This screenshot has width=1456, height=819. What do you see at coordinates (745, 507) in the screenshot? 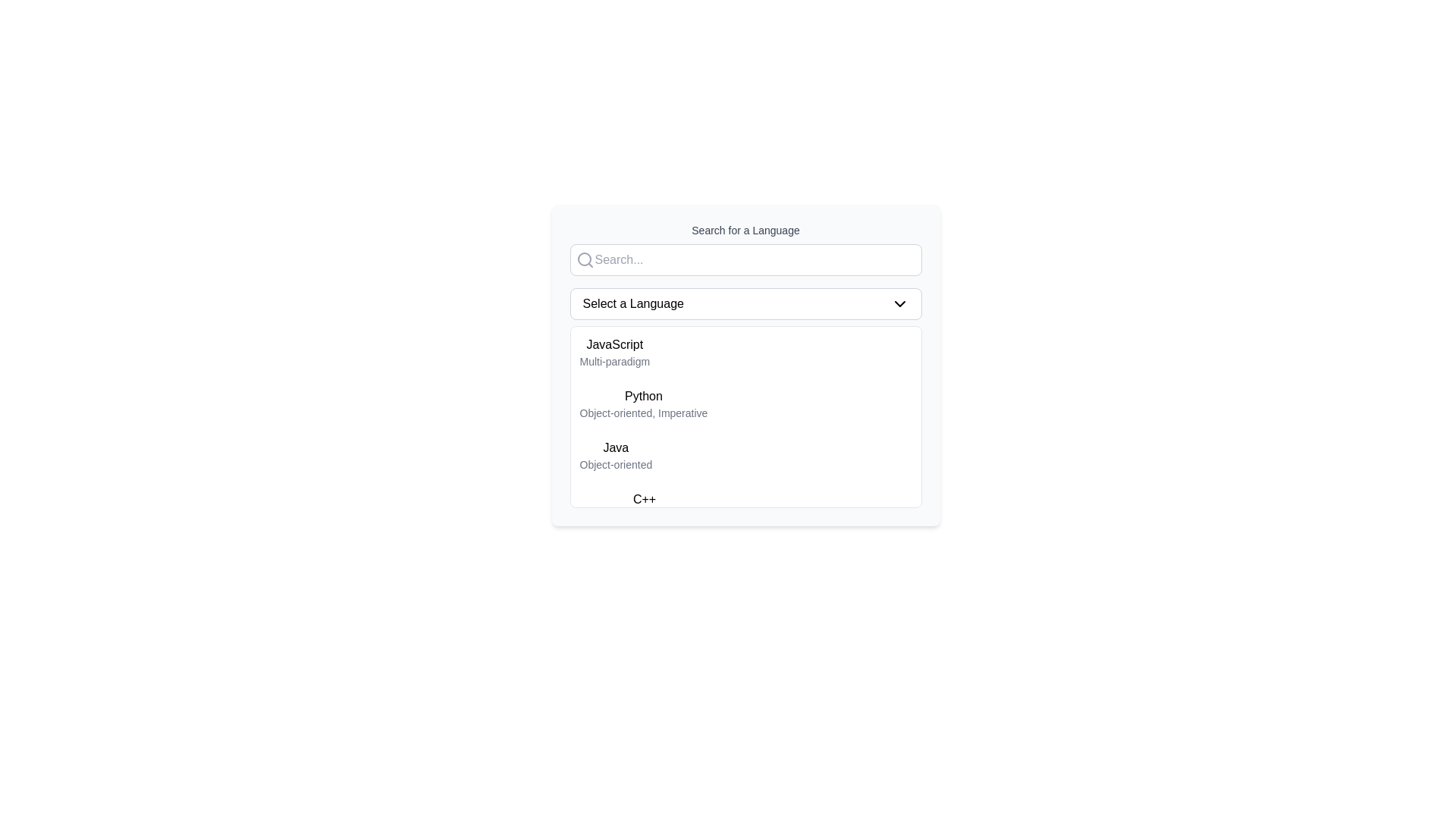
I see `the 'C++' option within the dropdown menu` at bounding box center [745, 507].